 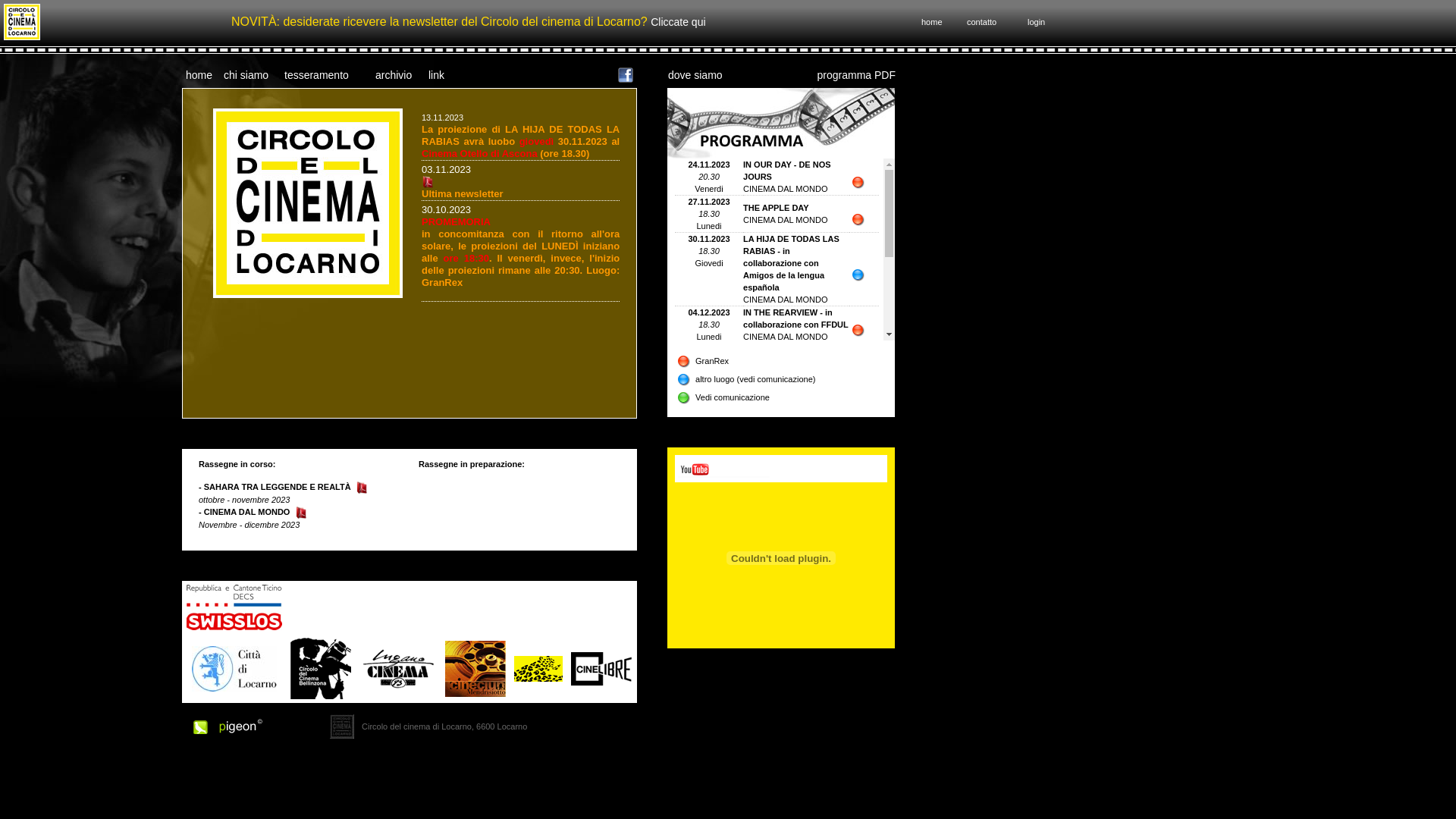 What do you see at coordinates (393, 74) in the screenshot?
I see `'archivio'` at bounding box center [393, 74].